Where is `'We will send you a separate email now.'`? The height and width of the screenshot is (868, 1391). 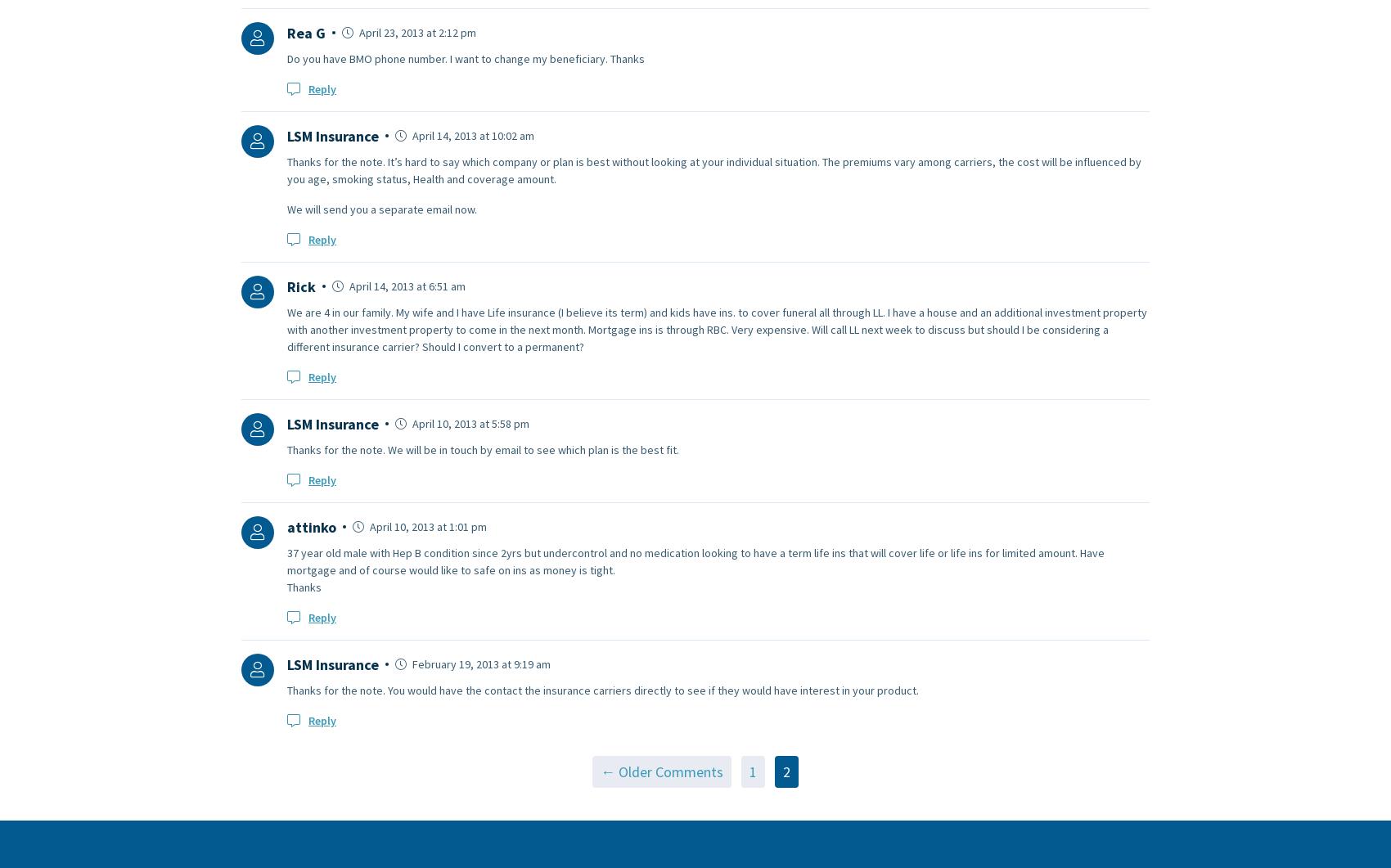 'We will send you a separate email now.' is located at coordinates (286, 207).